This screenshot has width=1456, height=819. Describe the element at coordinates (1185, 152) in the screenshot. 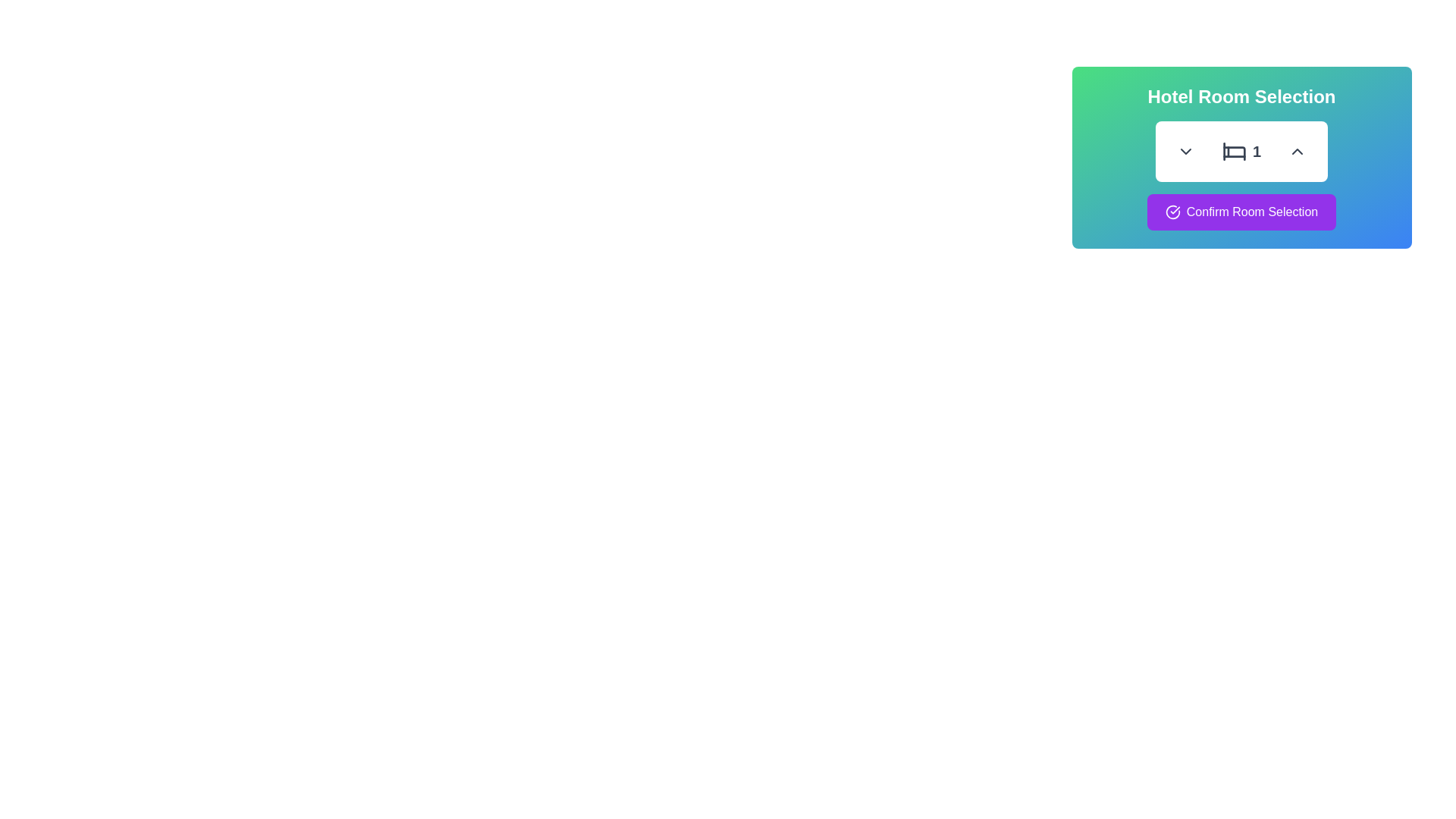

I see `the down-facing chevron icon located within a circular button in the top-right section of the white card interface` at that location.